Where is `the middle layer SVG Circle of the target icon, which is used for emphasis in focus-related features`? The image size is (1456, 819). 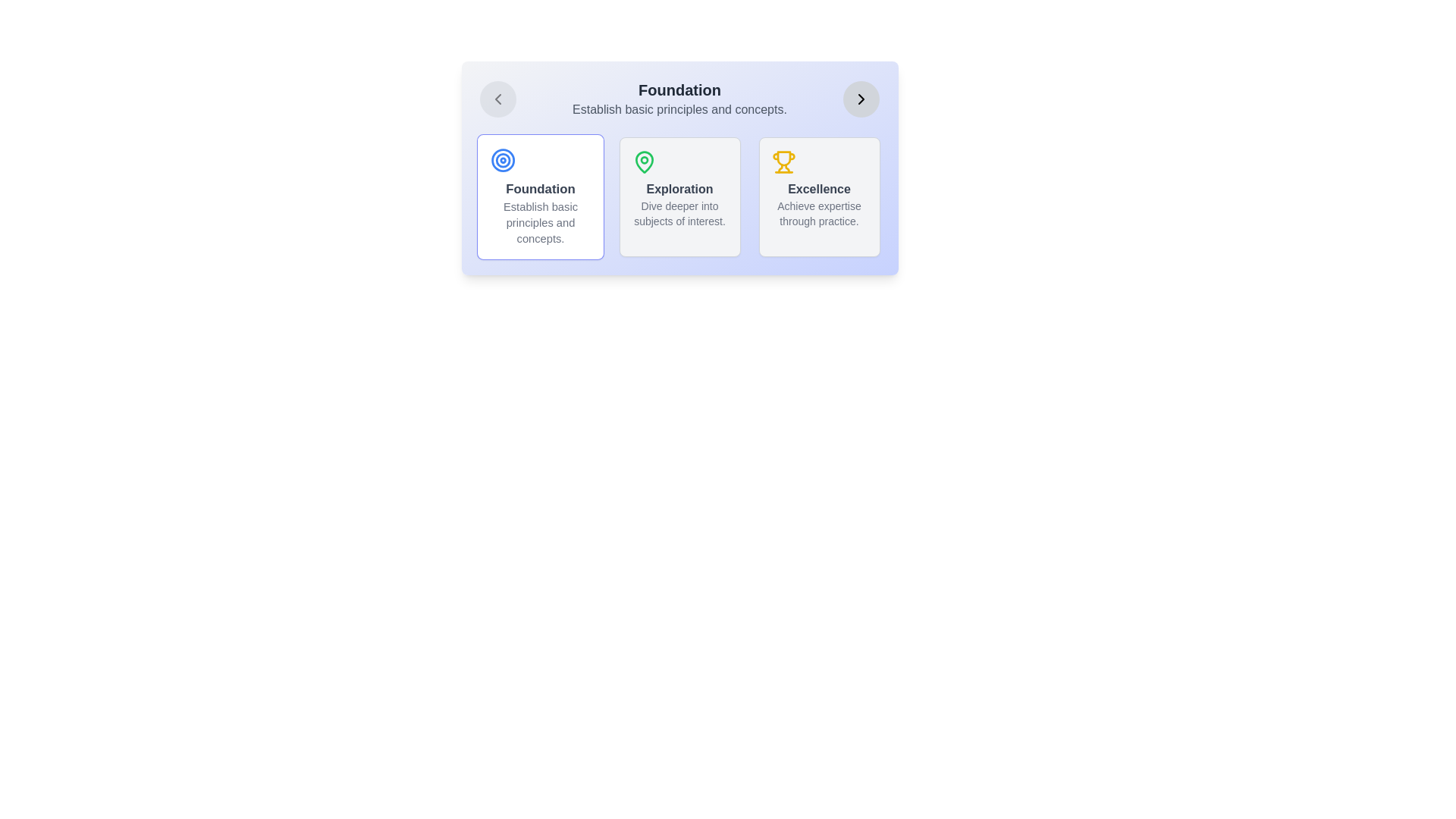 the middle layer SVG Circle of the target icon, which is used for emphasis in focus-related features is located at coordinates (503, 160).